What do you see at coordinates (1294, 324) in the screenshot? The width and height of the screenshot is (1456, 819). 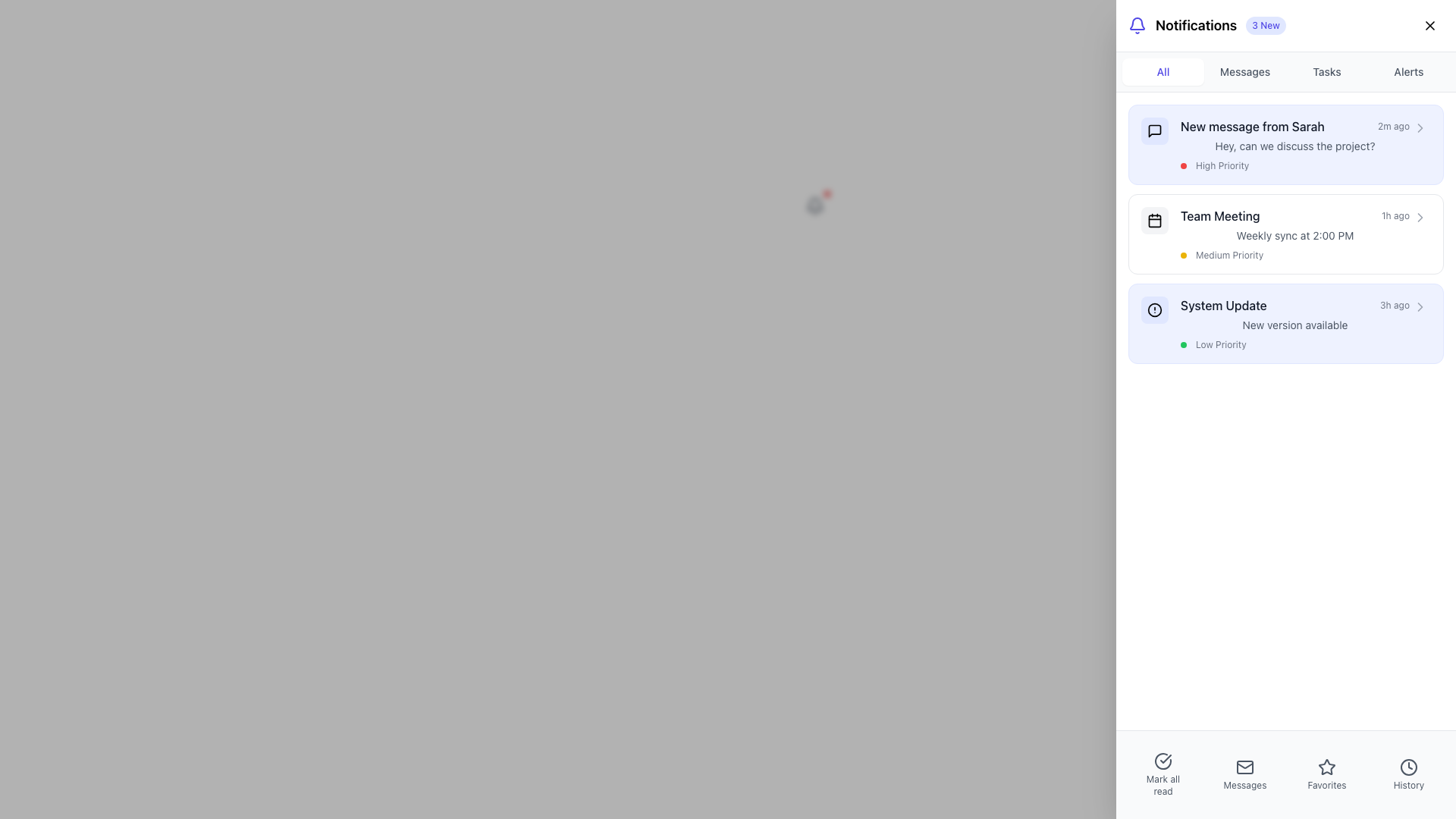 I see `the informational text label within the third notification in the notification panel, located below the title 'System Update' and above the priority indicator 'Low Priority'` at bounding box center [1294, 324].